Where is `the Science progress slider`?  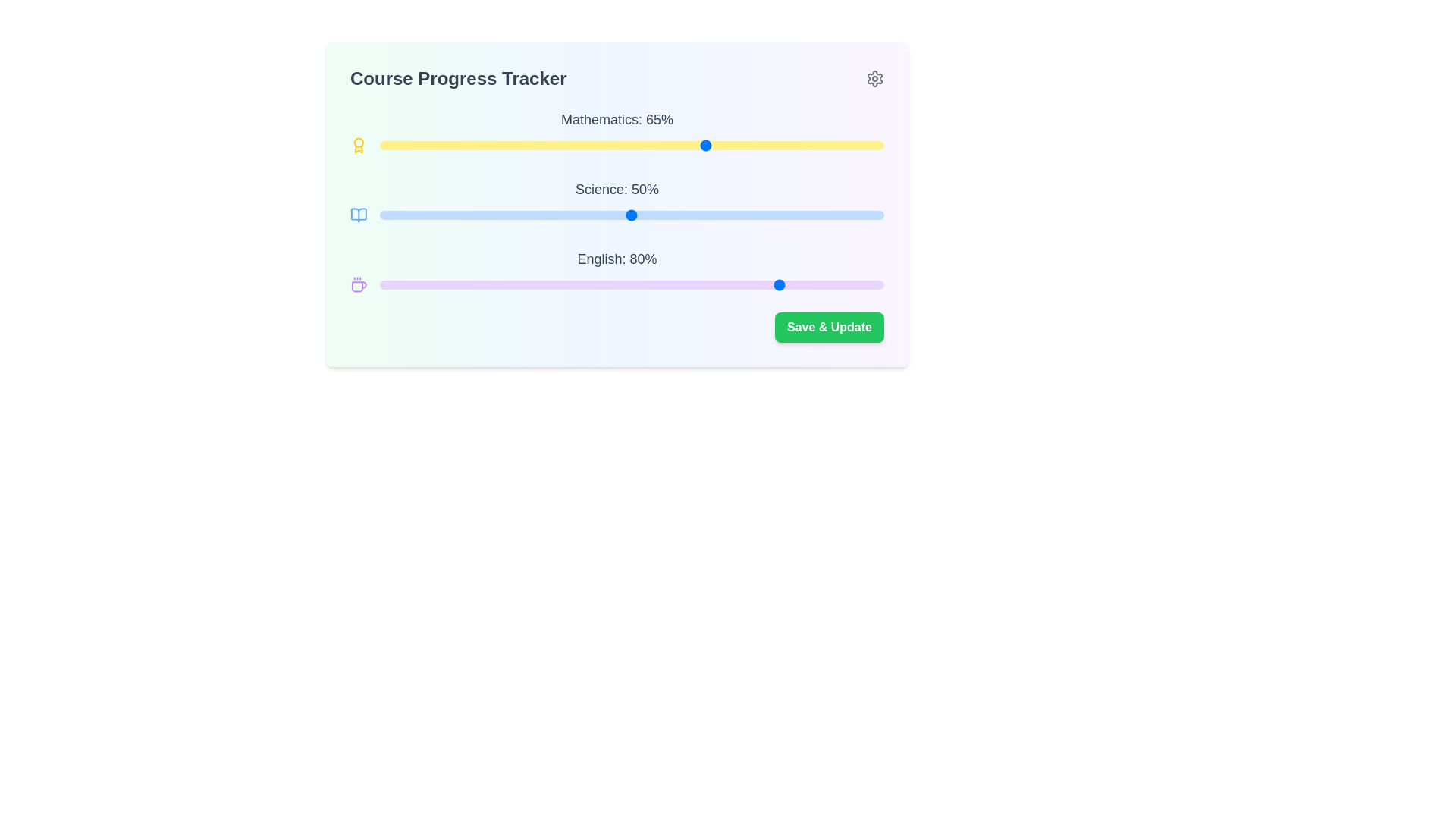
the Science progress slider is located at coordinates (585, 215).